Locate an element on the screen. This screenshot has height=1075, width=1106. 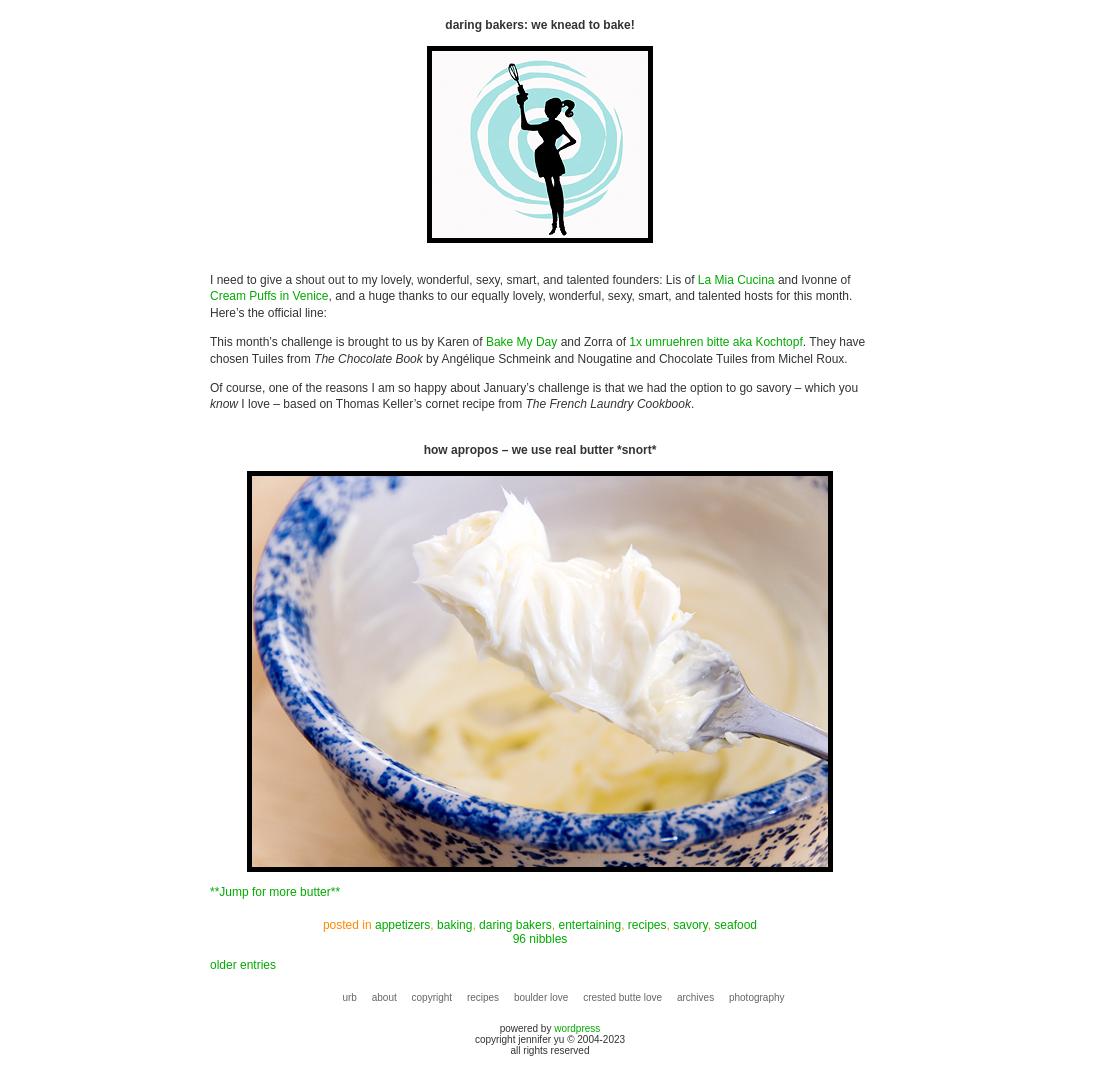
', and a huge thanks to our equally lovely, wonderful, sexy, smart, and talented hosts for this month.  Here’s the official line:' is located at coordinates (529, 303).